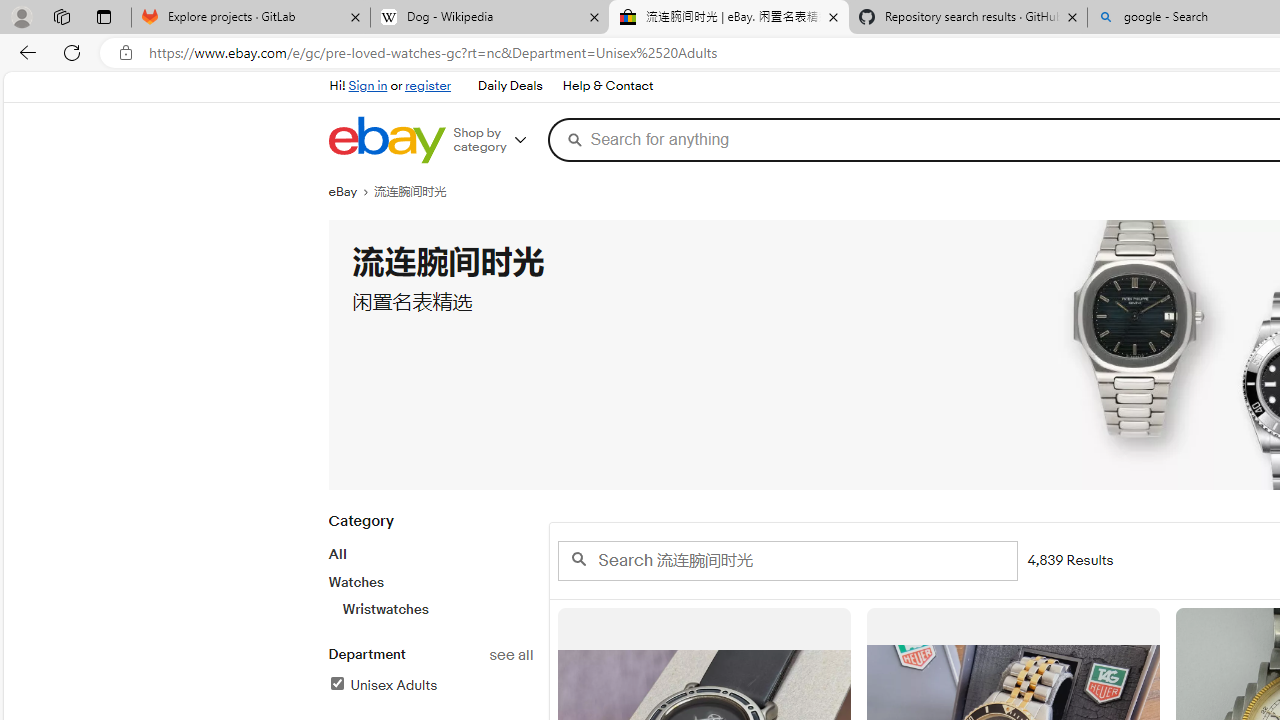 The width and height of the screenshot is (1280, 720). Describe the element at coordinates (497, 139) in the screenshot. I see `'Shop by category'` at that location.